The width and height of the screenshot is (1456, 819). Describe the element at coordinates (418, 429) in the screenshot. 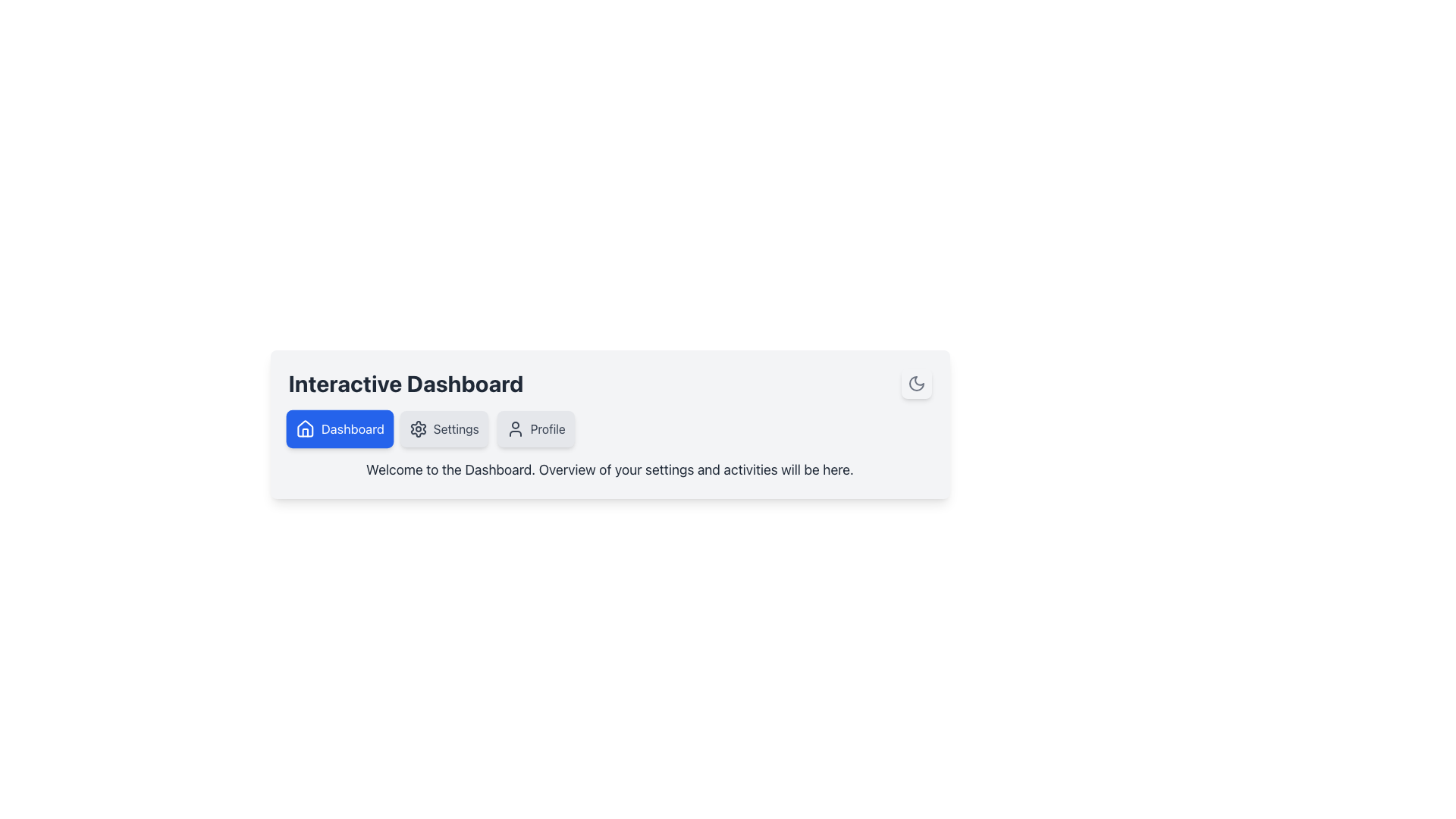

I see `the settings icon, which is a gear-shaped icon with a circular outline and cog-like teeth, located within the 'Settings' button in the navigation bar below the main heading` at that location.